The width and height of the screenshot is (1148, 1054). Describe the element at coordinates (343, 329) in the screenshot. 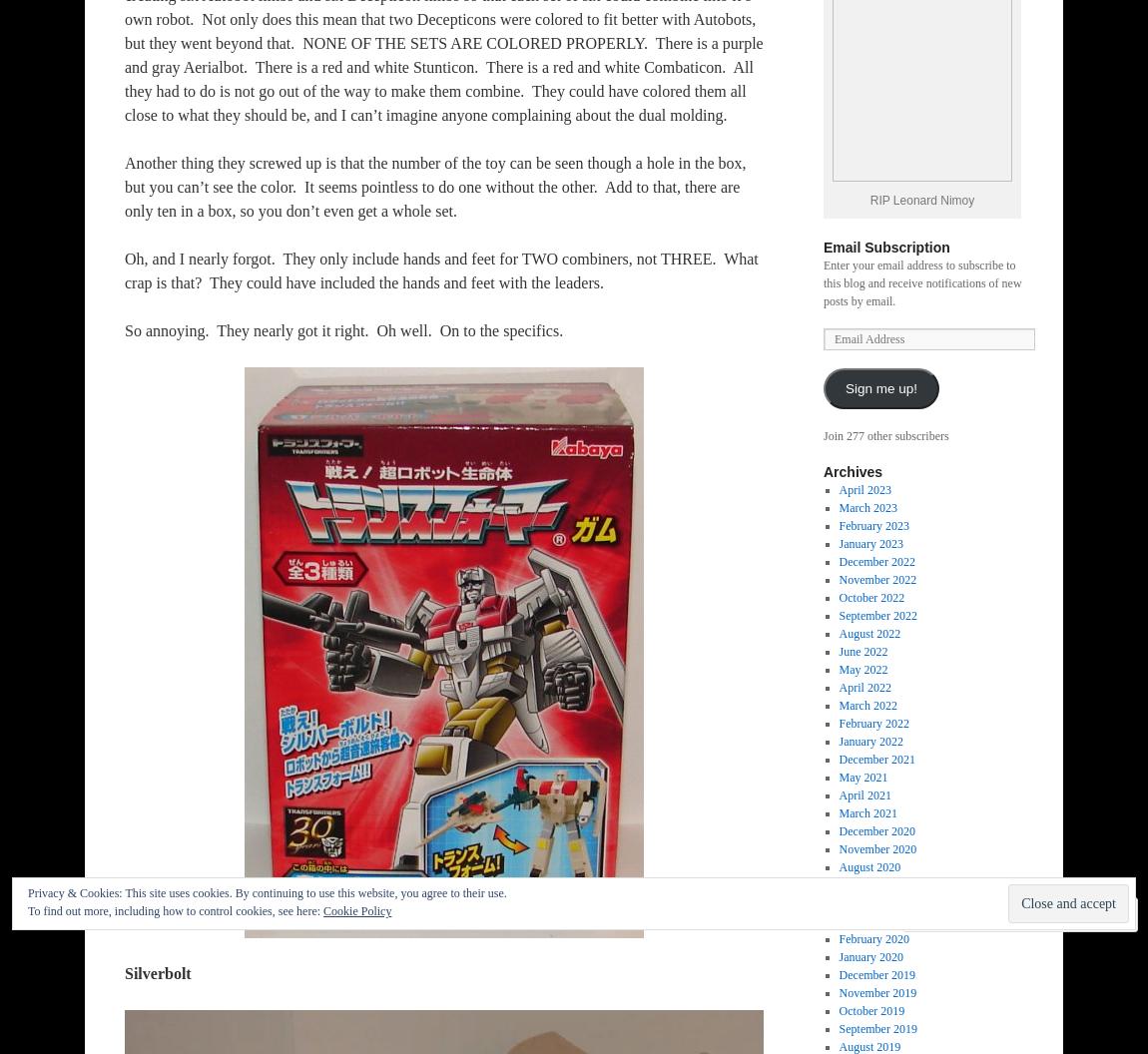

I see `'So annoying.  They nearly got it right.  Oh well.  On to the specifics.'` at that location.